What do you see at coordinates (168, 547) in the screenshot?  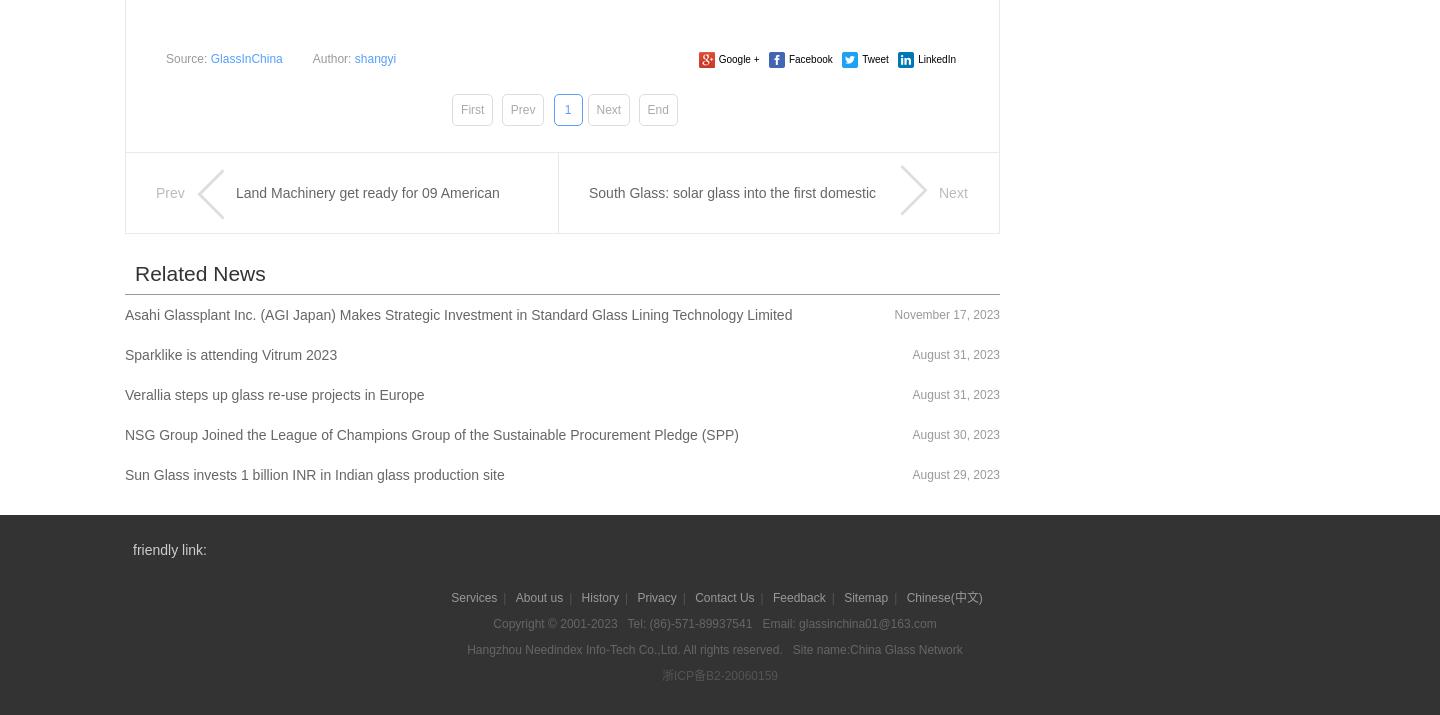 I see `'friendly link:'` at bounding box center [168, 547].